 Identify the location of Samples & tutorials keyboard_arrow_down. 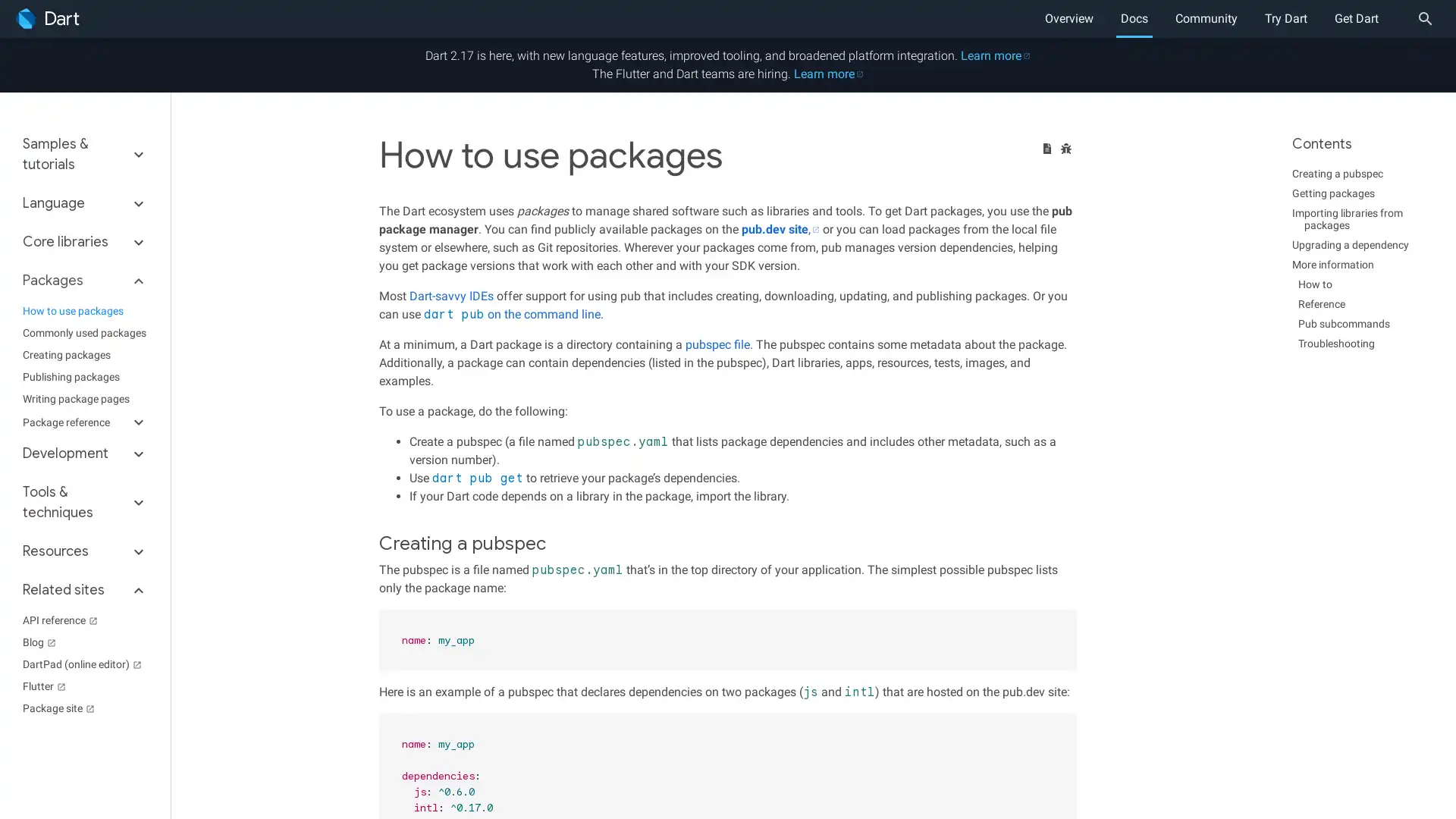
(84, 158).